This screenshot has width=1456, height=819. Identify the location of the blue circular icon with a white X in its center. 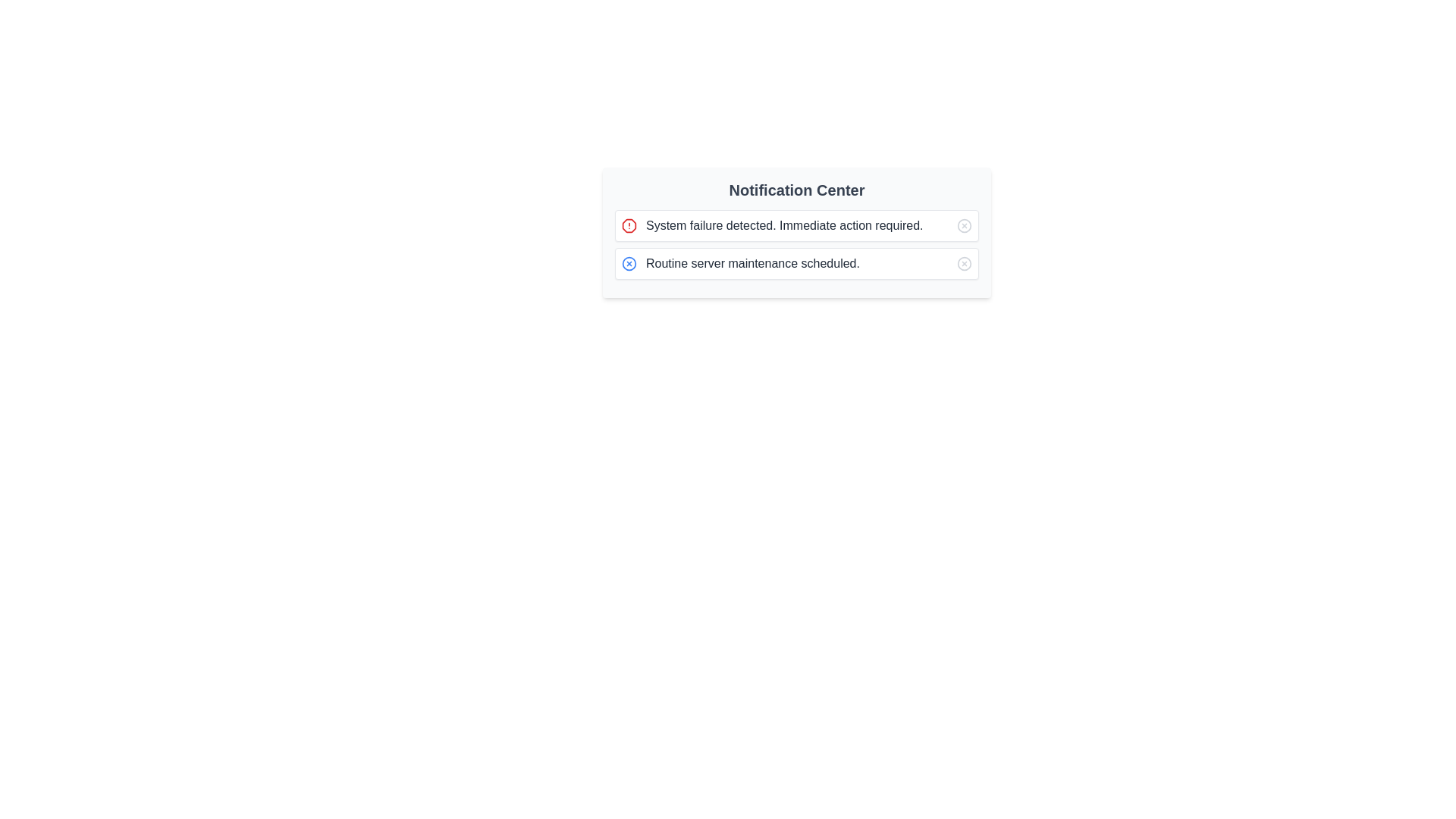
(629, 262).